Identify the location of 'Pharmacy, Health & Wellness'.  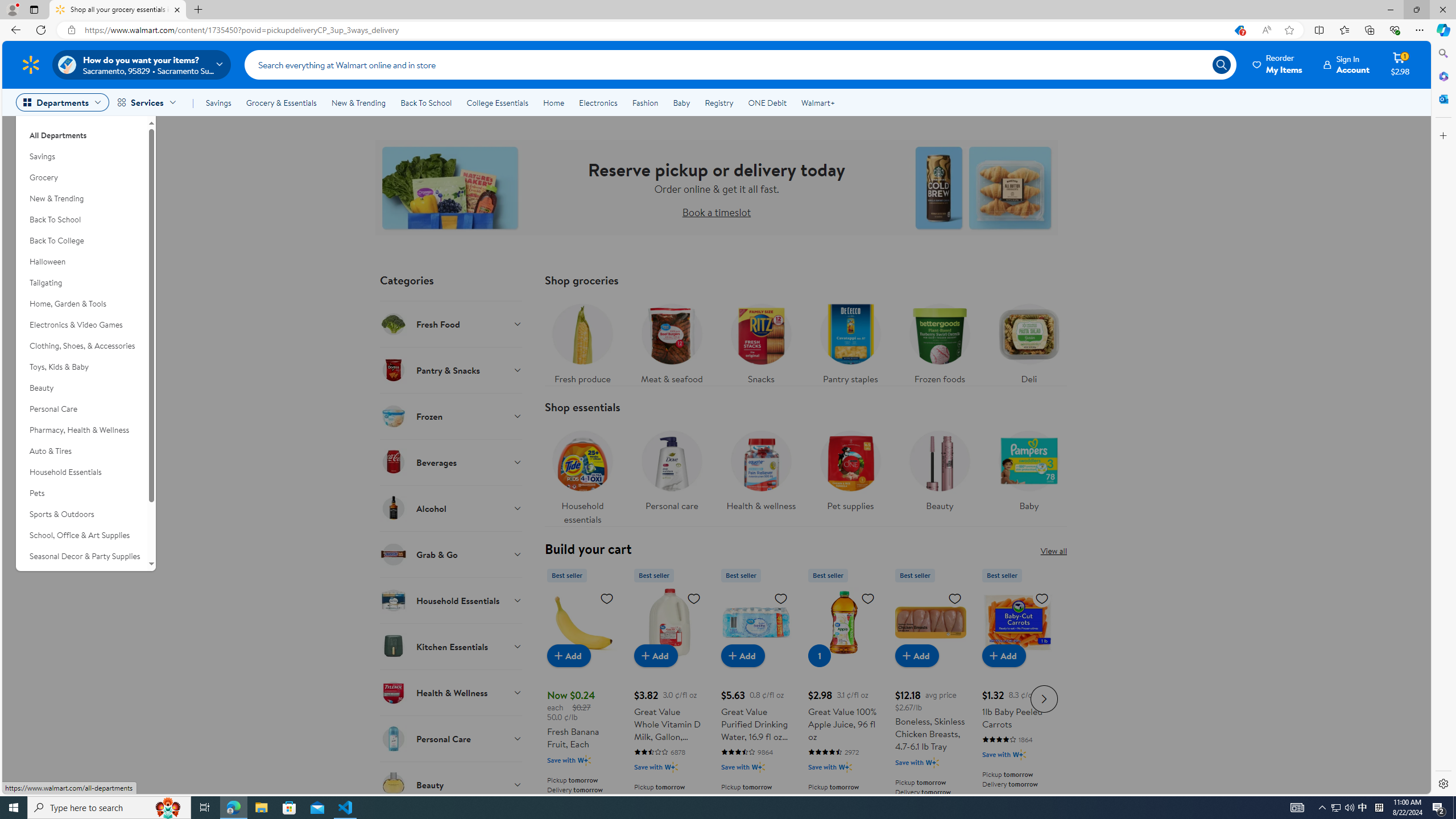
(81, 429).